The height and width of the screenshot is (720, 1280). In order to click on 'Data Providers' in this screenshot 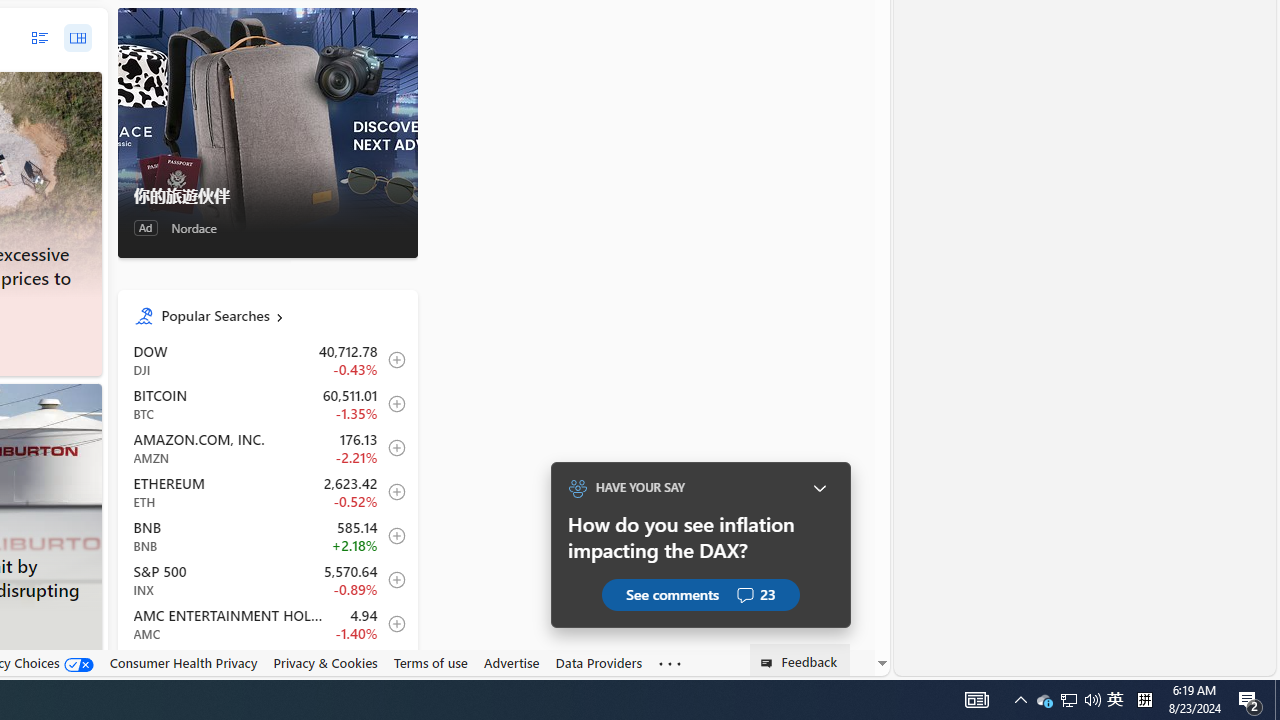, I will do `click(598, 662)`.